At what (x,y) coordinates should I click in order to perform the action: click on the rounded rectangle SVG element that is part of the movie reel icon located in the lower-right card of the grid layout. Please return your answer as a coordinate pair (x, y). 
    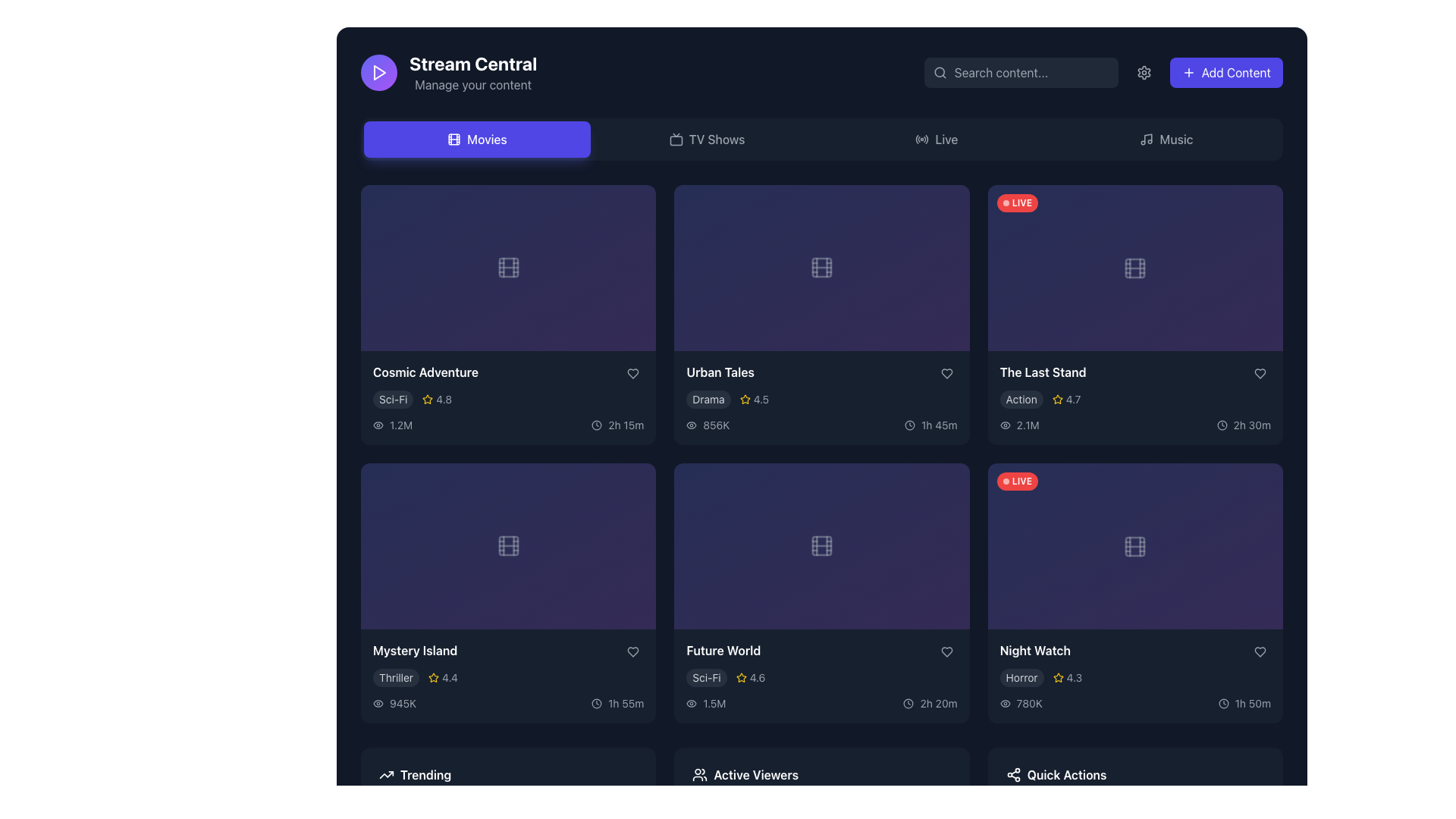
    Looking at the image, I should click on (1135, 546).